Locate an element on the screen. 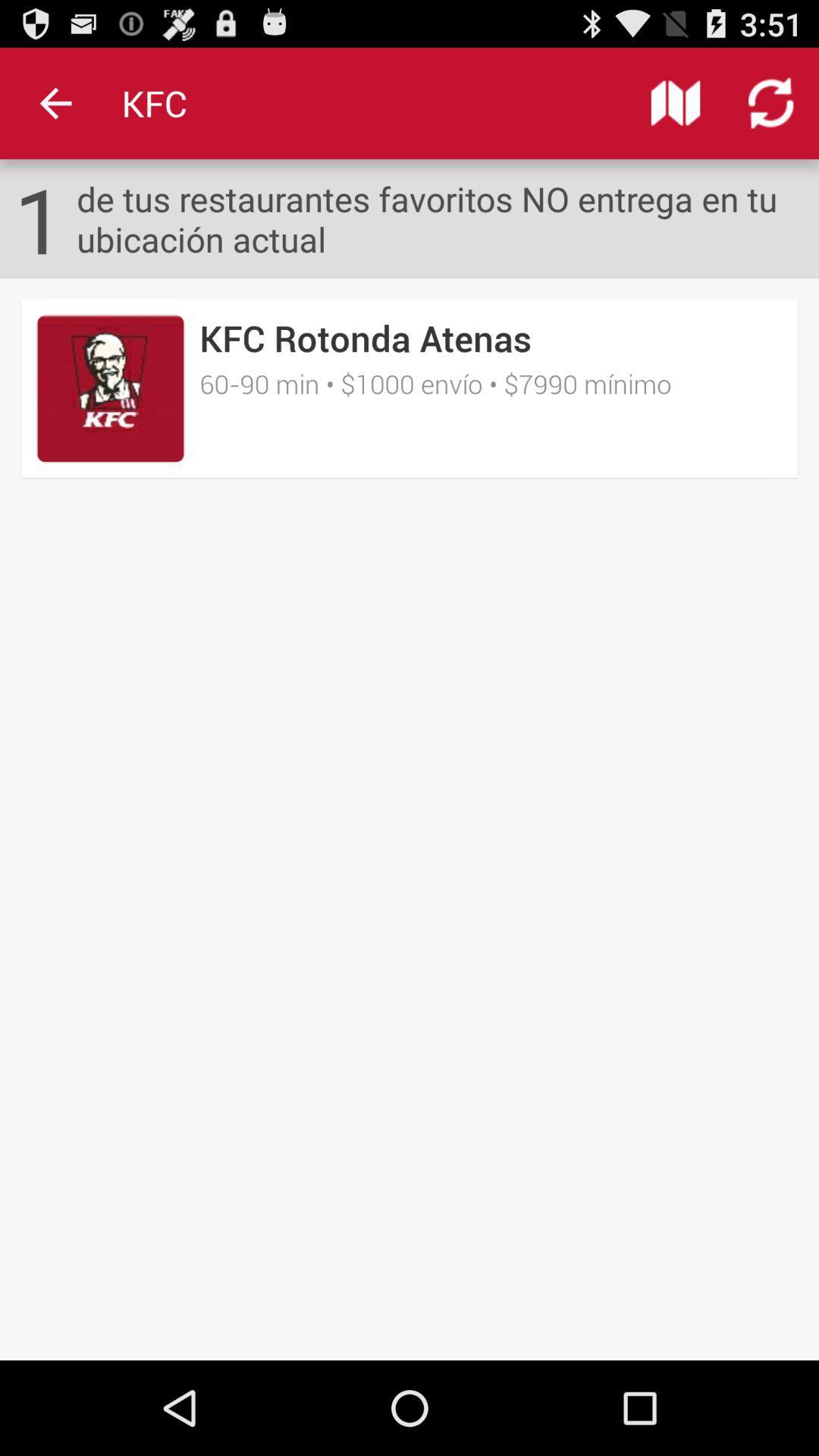  icon to the right of kfc is located at coordinates (675, 102).